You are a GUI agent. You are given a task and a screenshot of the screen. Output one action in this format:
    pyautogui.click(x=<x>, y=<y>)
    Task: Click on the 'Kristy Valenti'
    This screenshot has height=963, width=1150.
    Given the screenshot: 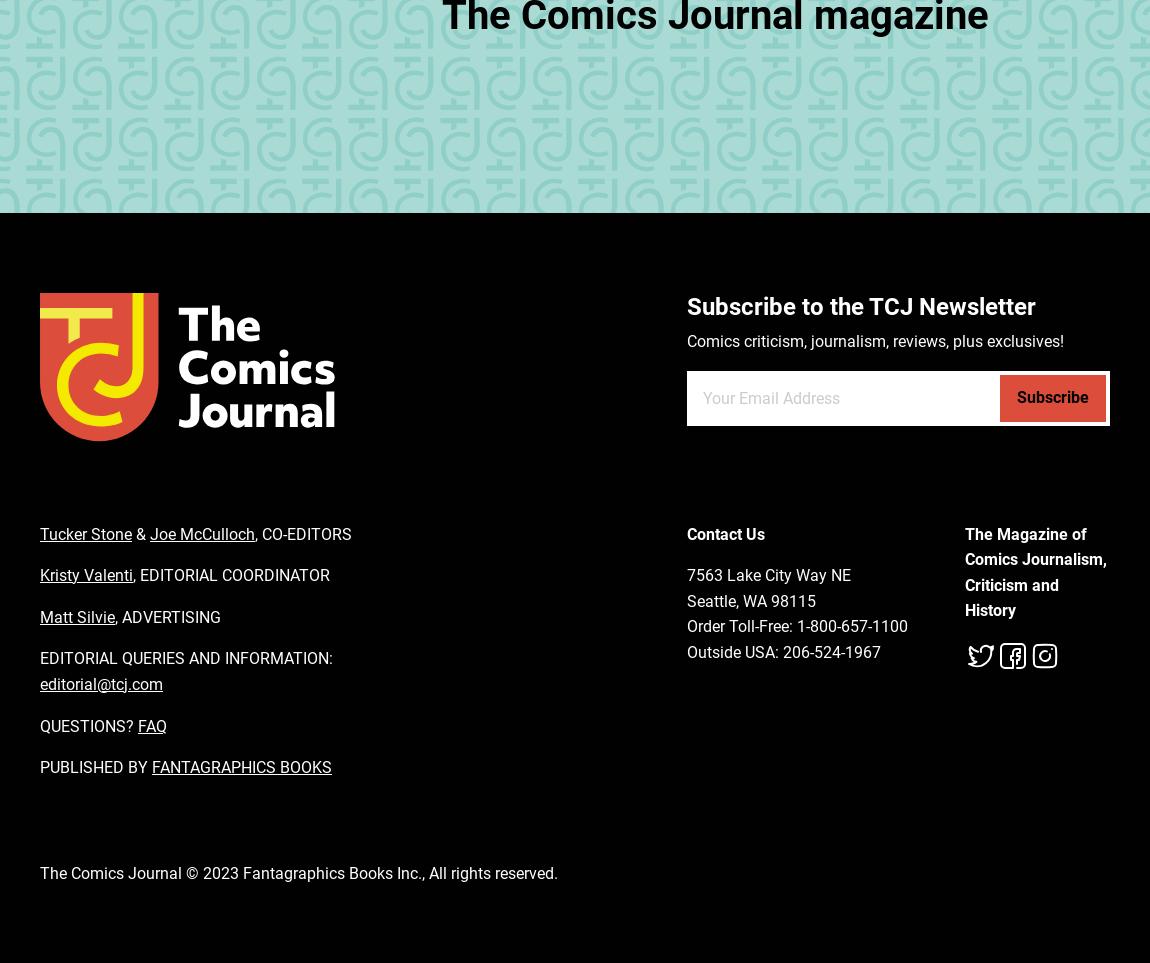 What is the action you would take?
    pyautogui.click(x=39, y=575)
    